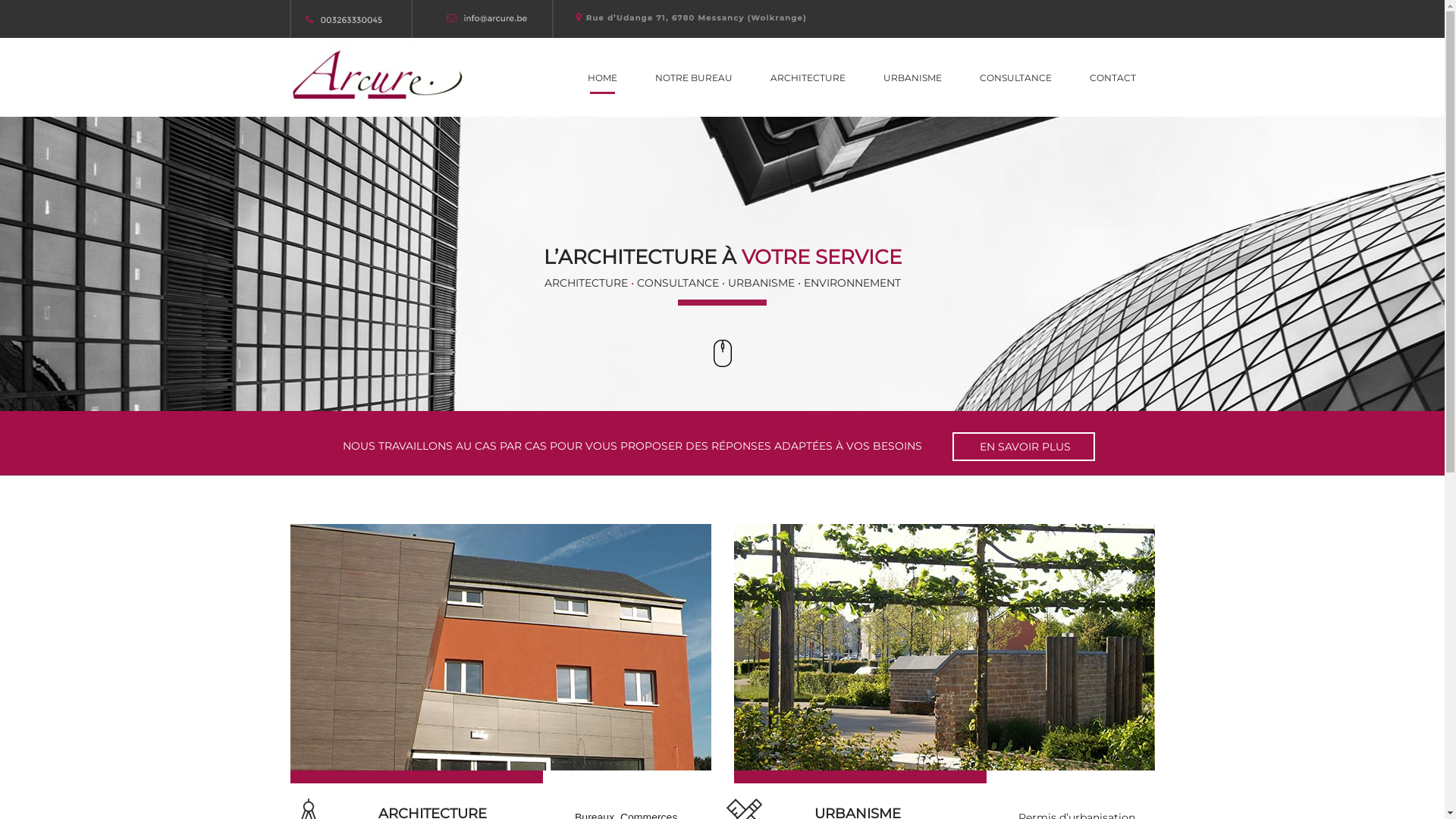 The image size is (1456, 819). Describe the element at coordinates (567, 78) in the screenshot. I see `'HOME'` at that location.